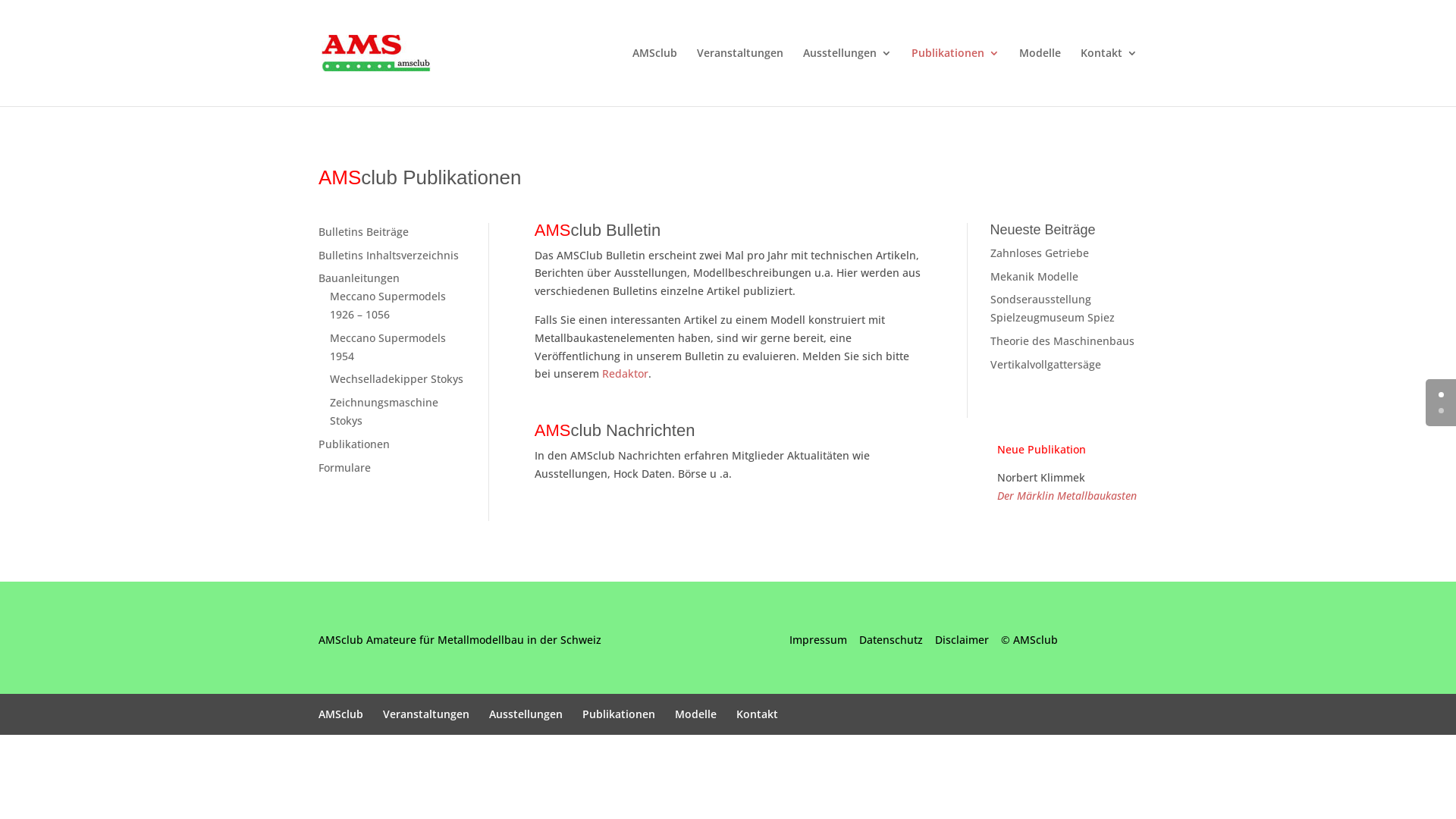 The width and height of the screenshot is (1456, 819). I want to click on 'Ausstellungen', so click(526, 714).